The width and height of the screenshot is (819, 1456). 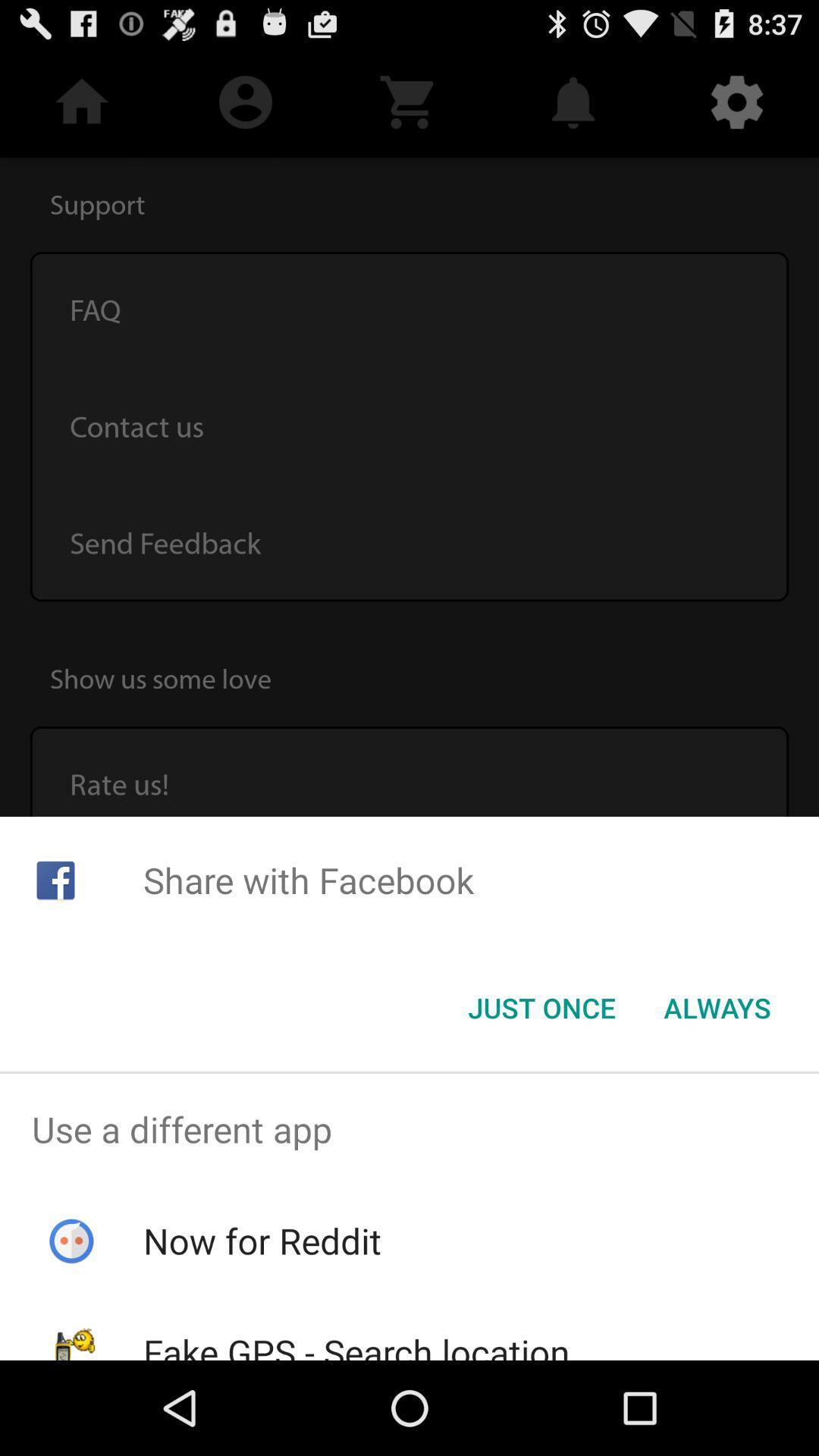 I want to click on now for reddit, so click(x=262, y=1241).